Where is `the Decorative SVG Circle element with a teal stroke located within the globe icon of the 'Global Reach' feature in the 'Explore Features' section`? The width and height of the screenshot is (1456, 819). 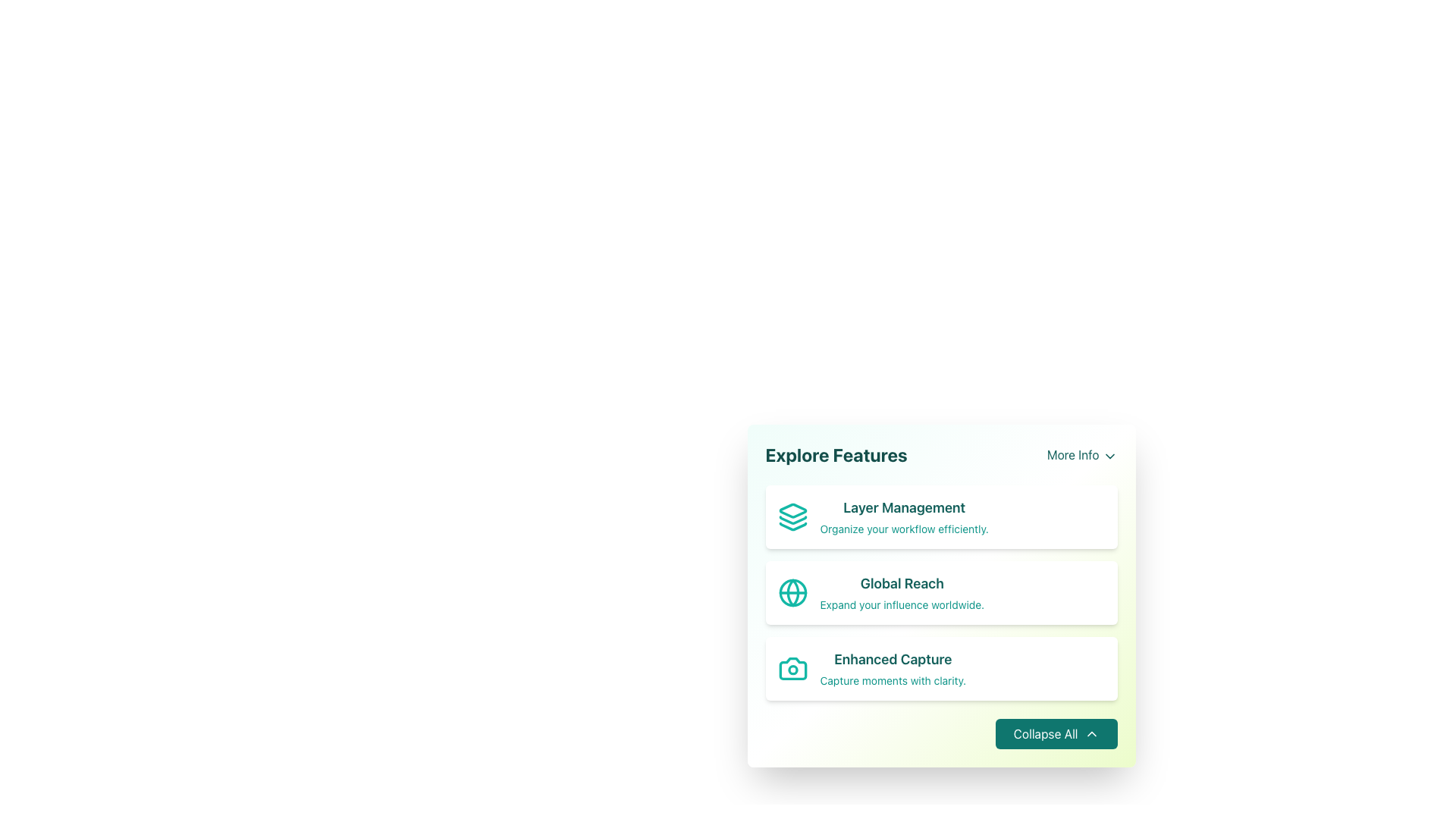
the Decorative SVG Circle element with a teal stroke located within the globe icon of the 'Global Reach' feature in the 'Explore Features' section is located at coordinates (792, 592).